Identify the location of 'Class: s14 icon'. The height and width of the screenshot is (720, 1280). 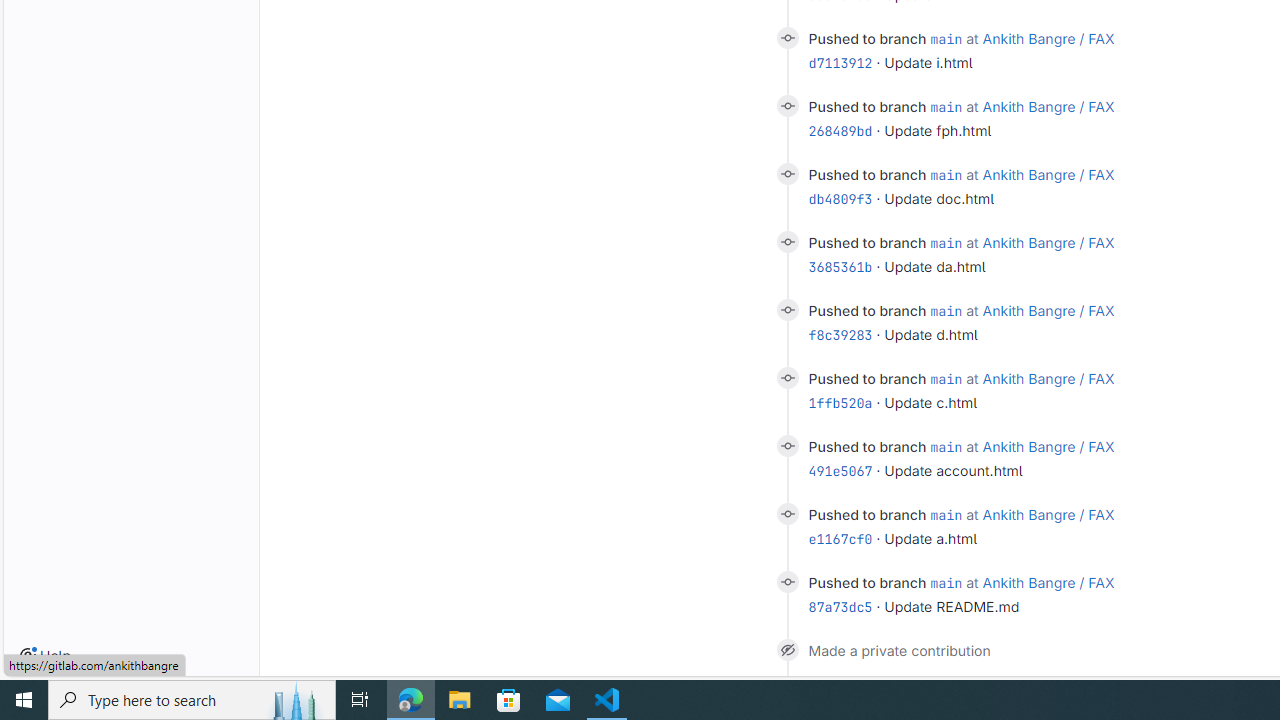
(786, 649).